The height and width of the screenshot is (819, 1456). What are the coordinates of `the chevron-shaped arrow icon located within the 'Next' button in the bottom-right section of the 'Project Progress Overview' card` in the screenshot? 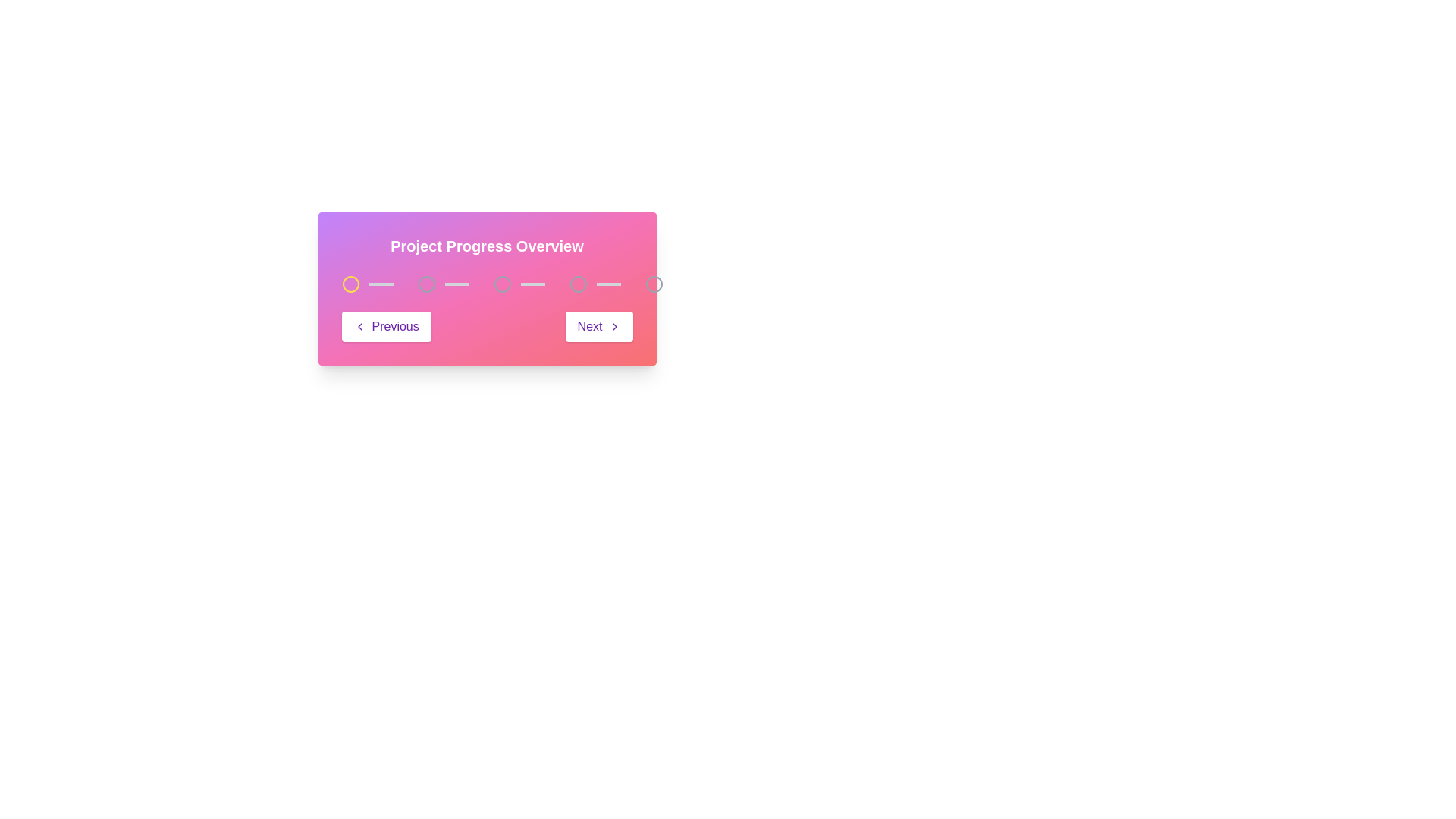 It's located at (614, 326).